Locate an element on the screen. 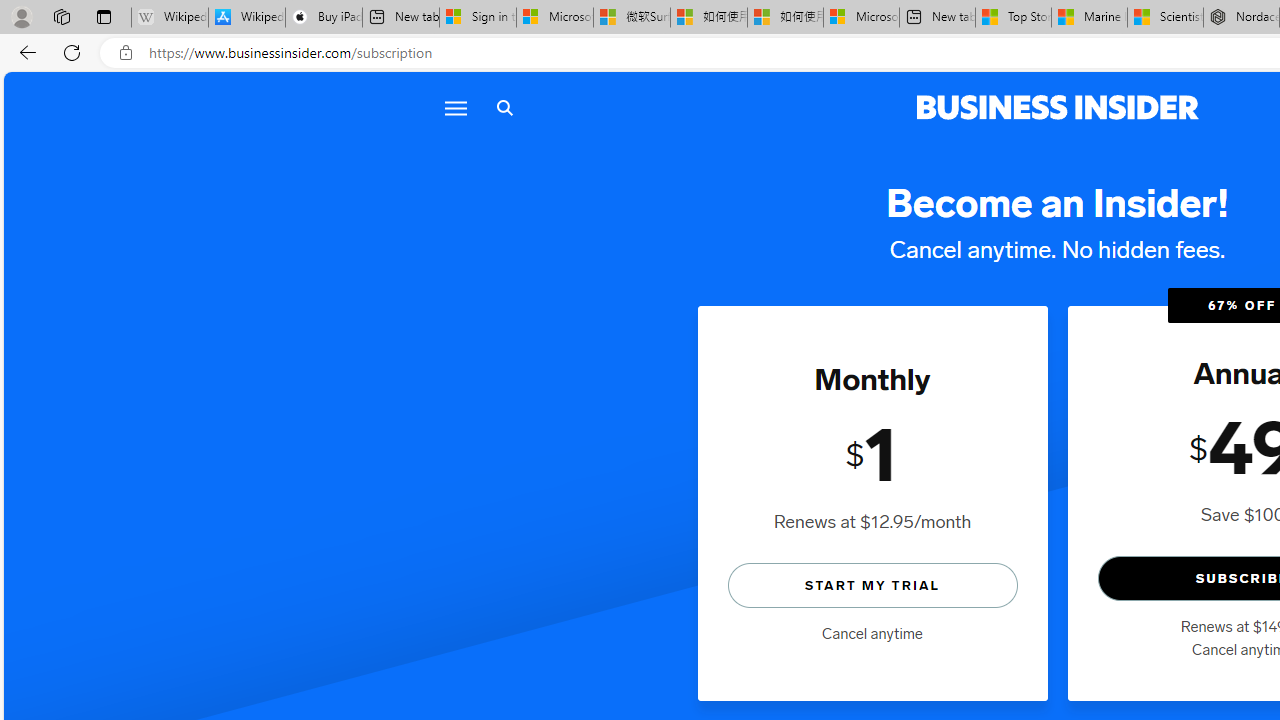 The image size is (1280, 720). 'Cancel anytime' is located at coordinates (872, 633).